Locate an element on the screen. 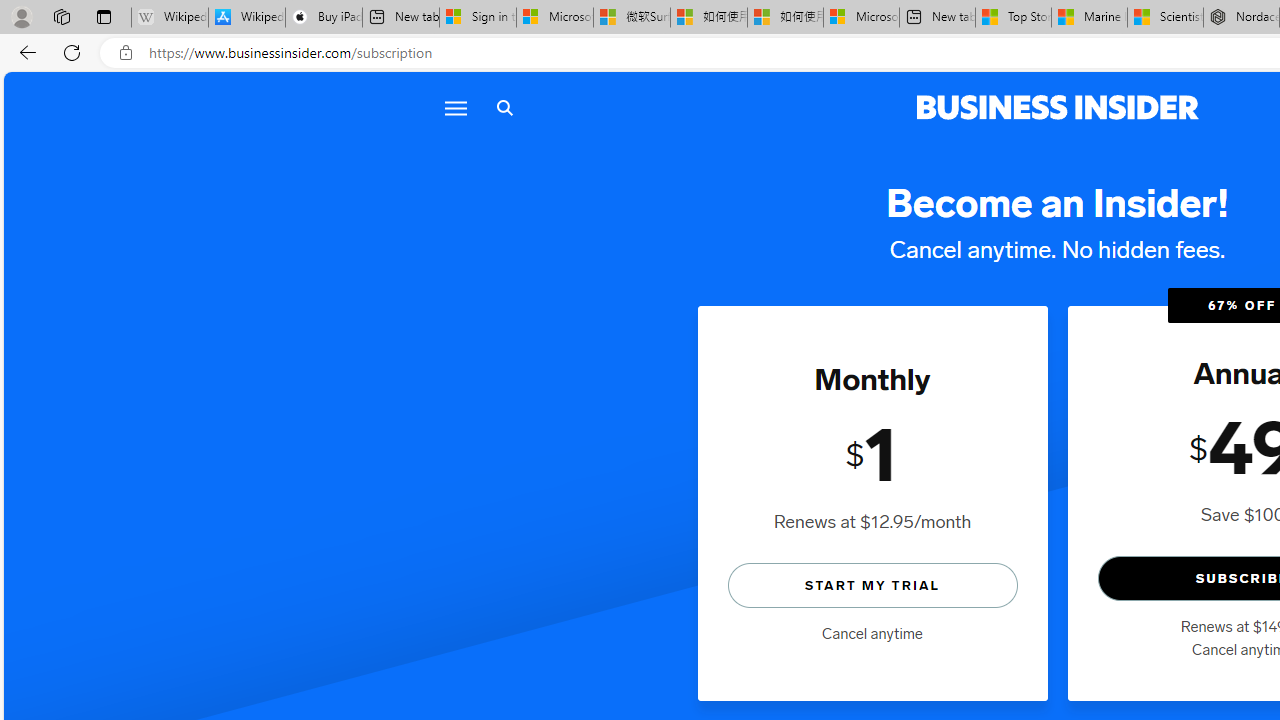 The image size is (1280, 720). 'Cancel anytime' is located at coordinates (872, 633).